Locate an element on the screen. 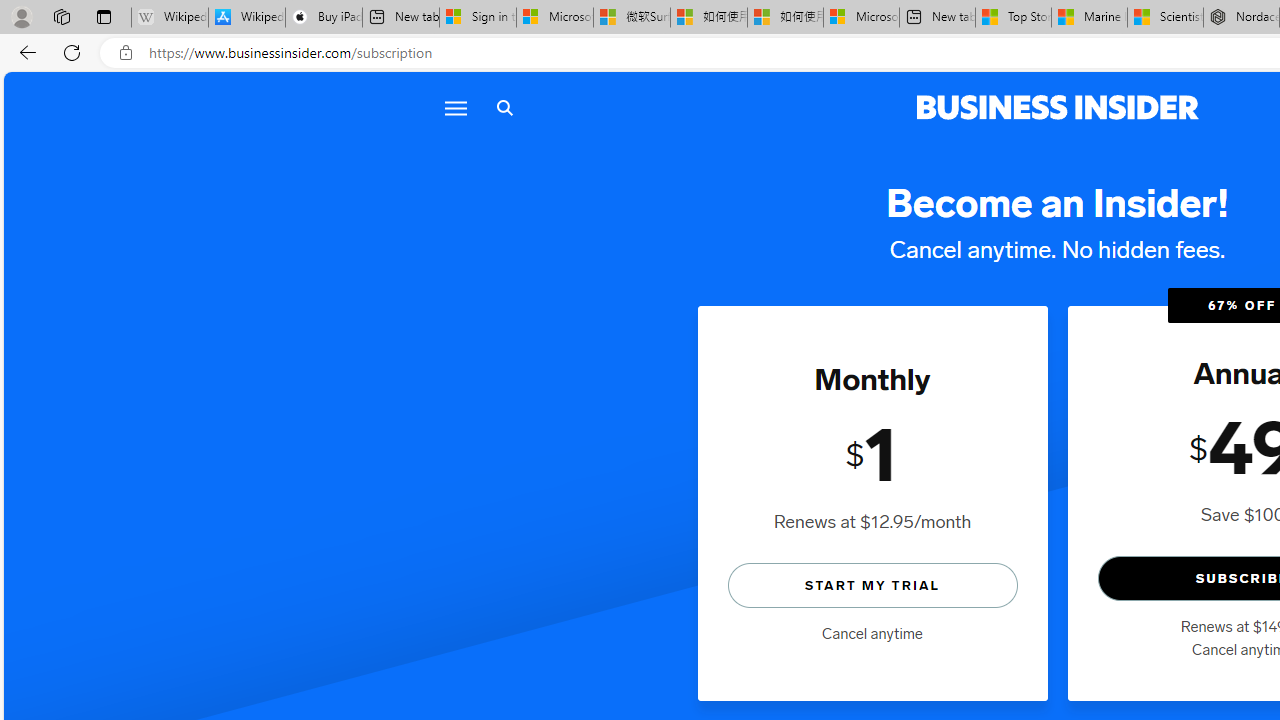 The image size is (1280, 720). 'Cancel anytime' is located at coordinates (872, 633).